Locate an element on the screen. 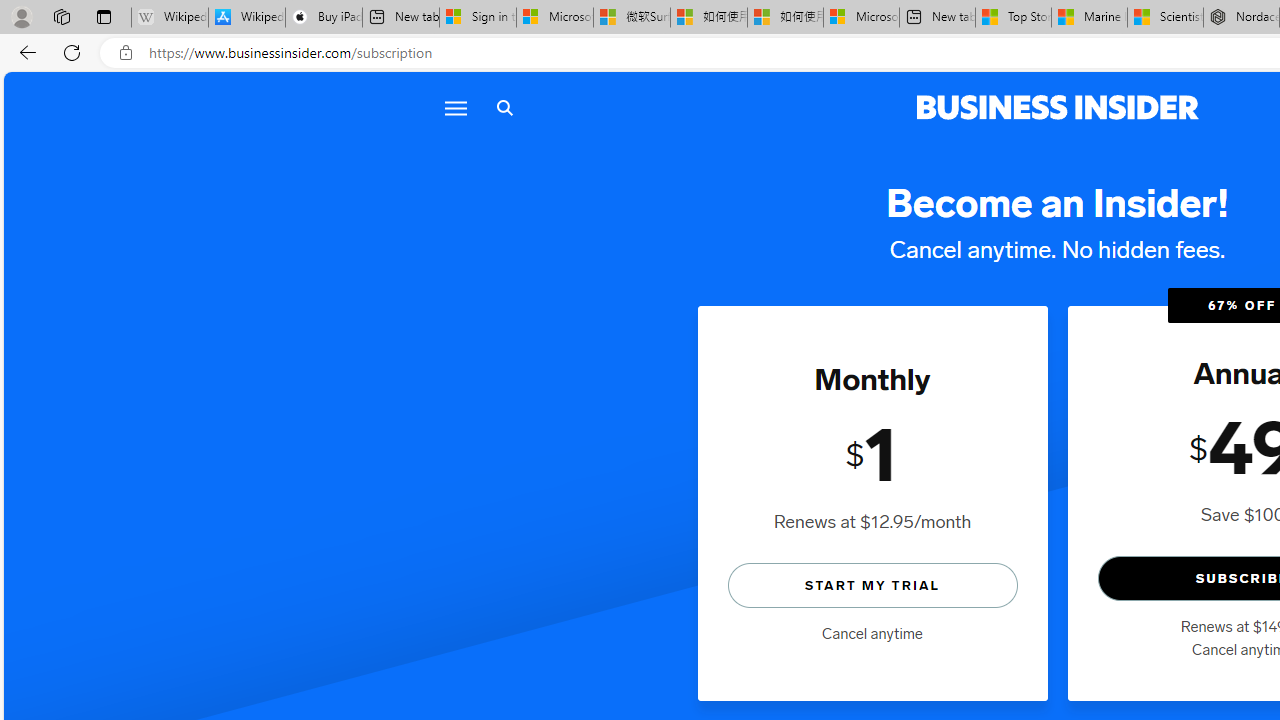 The image size is (1280, 720). 'Cancel anytime' is located at coordinates (872, 633).